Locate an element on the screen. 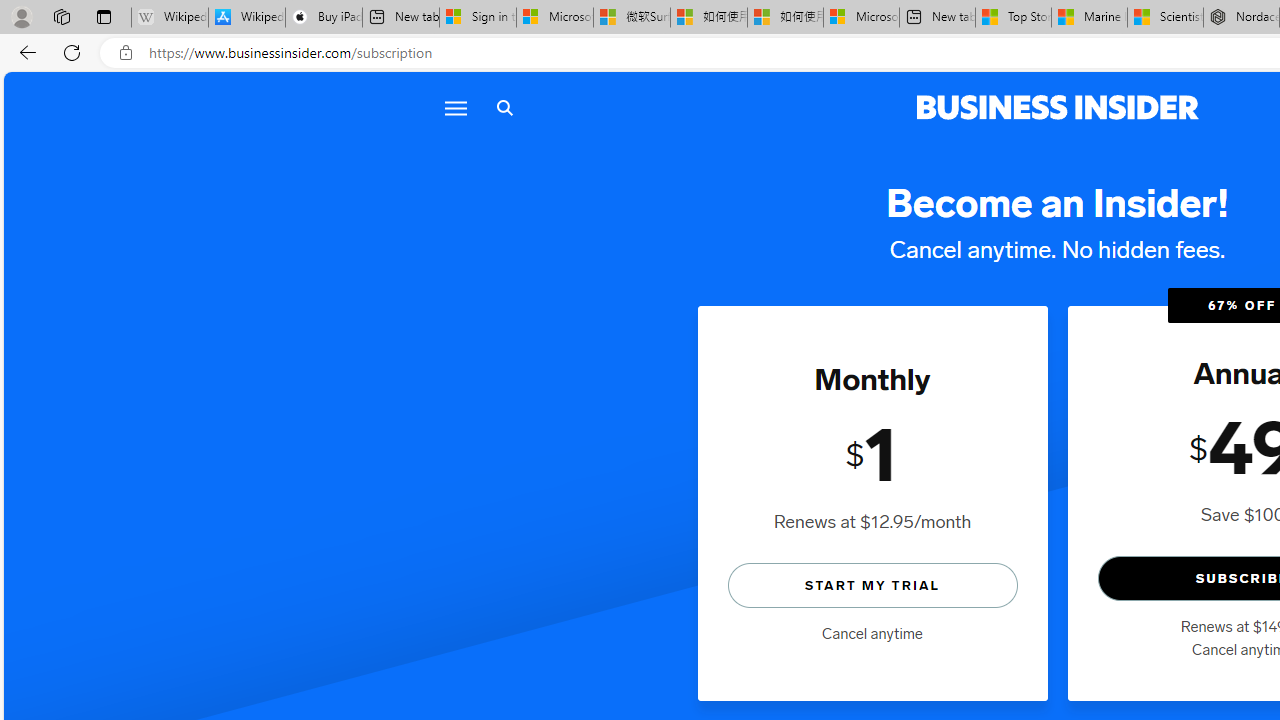 The image size is (1280, 720). 'Cancel anytime' is located at coordinates (872, 633).